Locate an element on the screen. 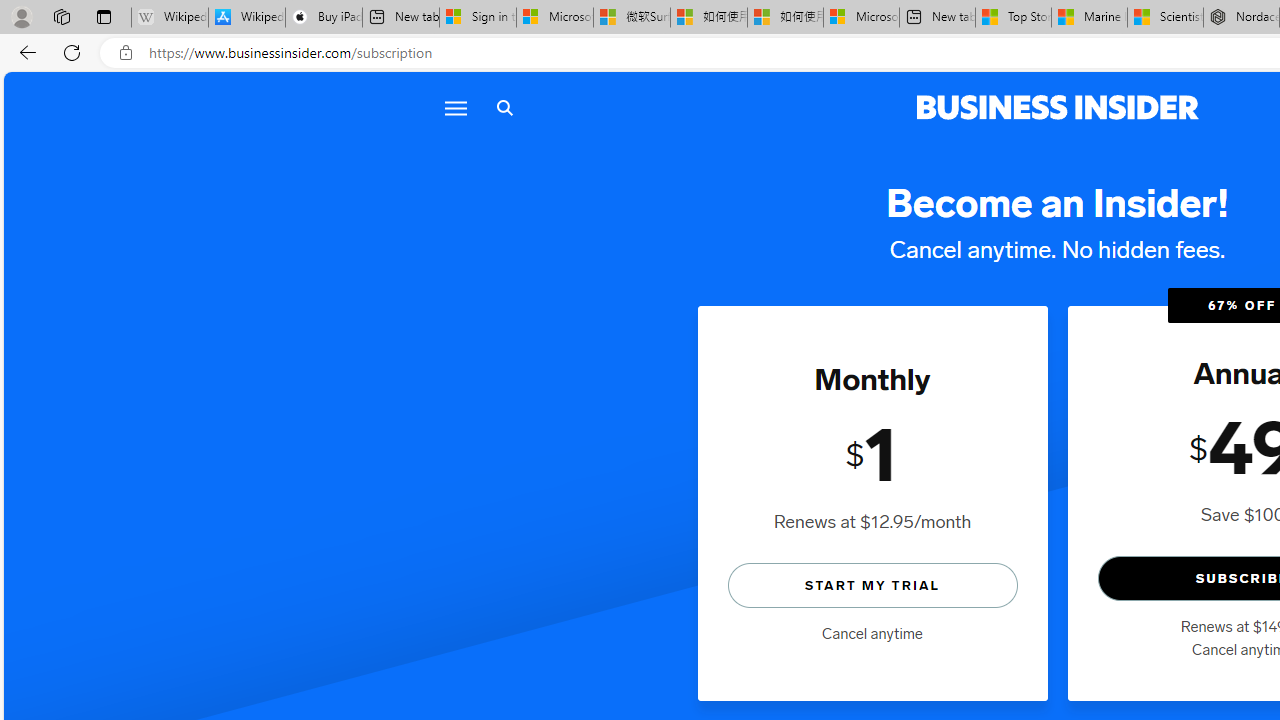 The image size is (1280, 720). 'Cancel anytime' is located at coordinates (872, 633).